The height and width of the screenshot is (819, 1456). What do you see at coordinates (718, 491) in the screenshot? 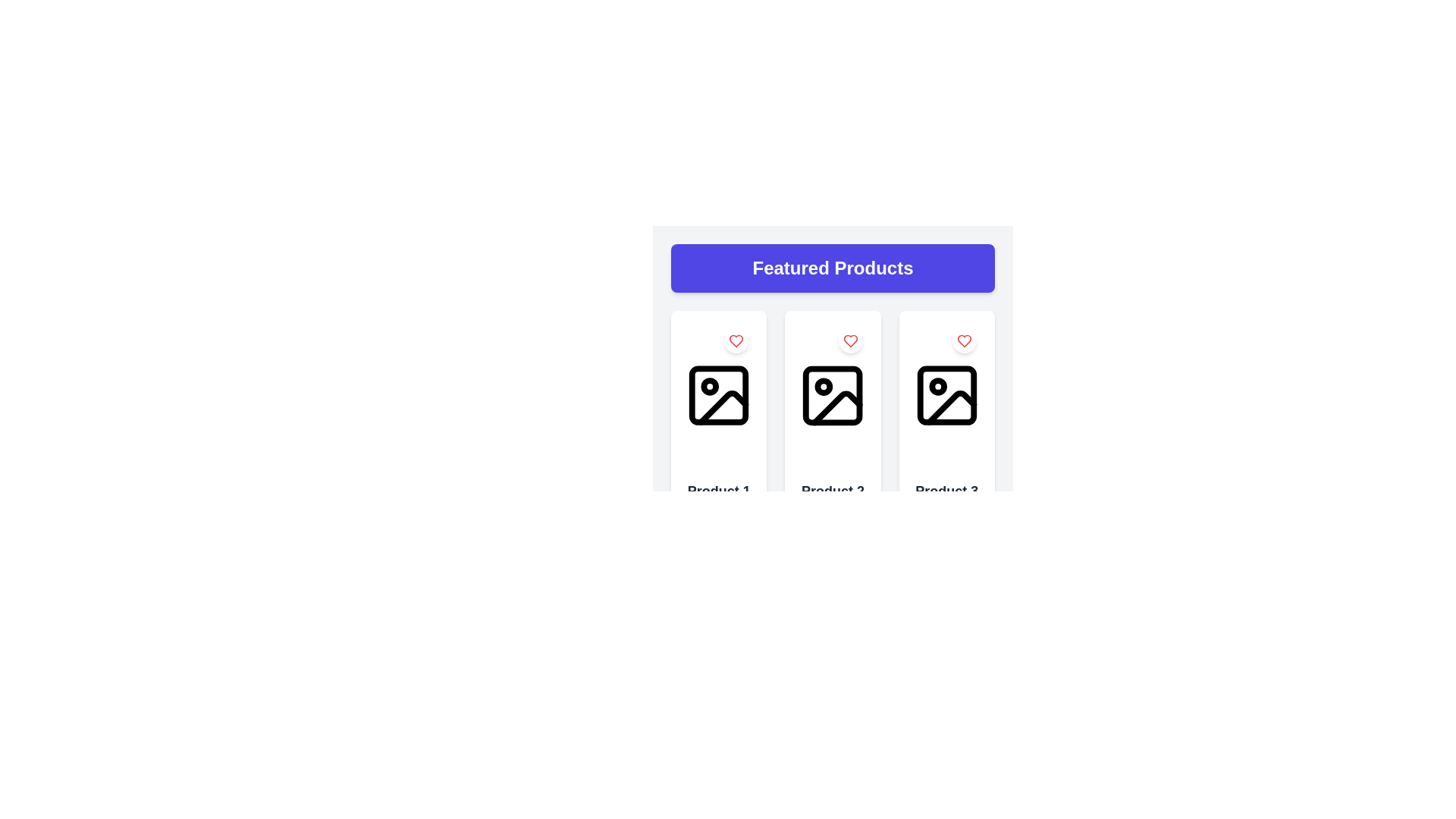
I see `the text label indicating 'Product 1', which is located in the top-left corner of its product card, to access associated elements` at bounding box center [718, 491].